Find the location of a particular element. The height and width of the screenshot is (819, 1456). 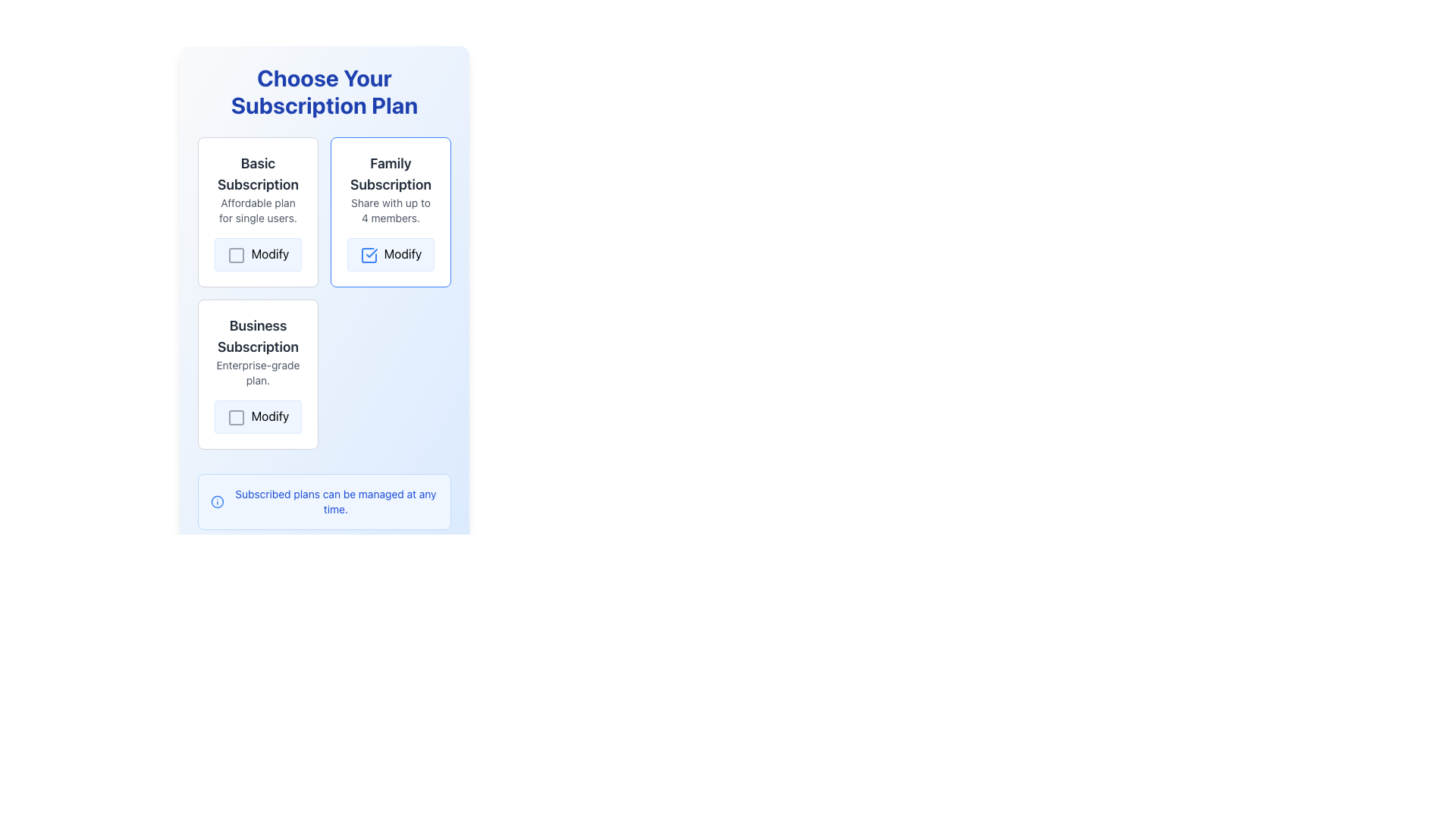

the icon within the 'Modify' button for the 'Basic Subscription' section, which indicates the action or type of interaction available is located at coordinates (235, 254).